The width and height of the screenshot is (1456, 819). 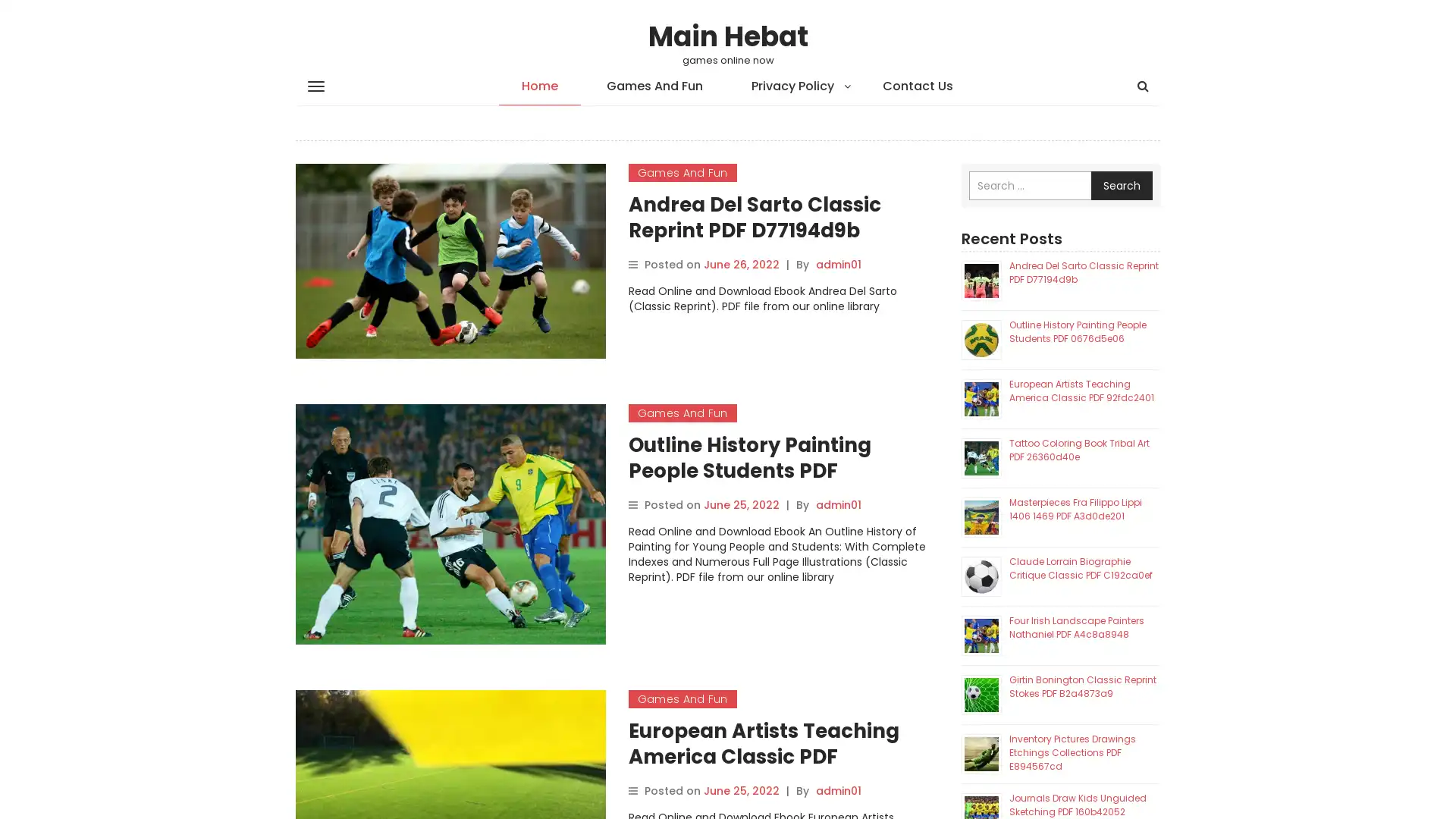 What do you see at coordinates (1122, 185) in the screenshot?
I see `Search` at bounding box center [1122, 185].